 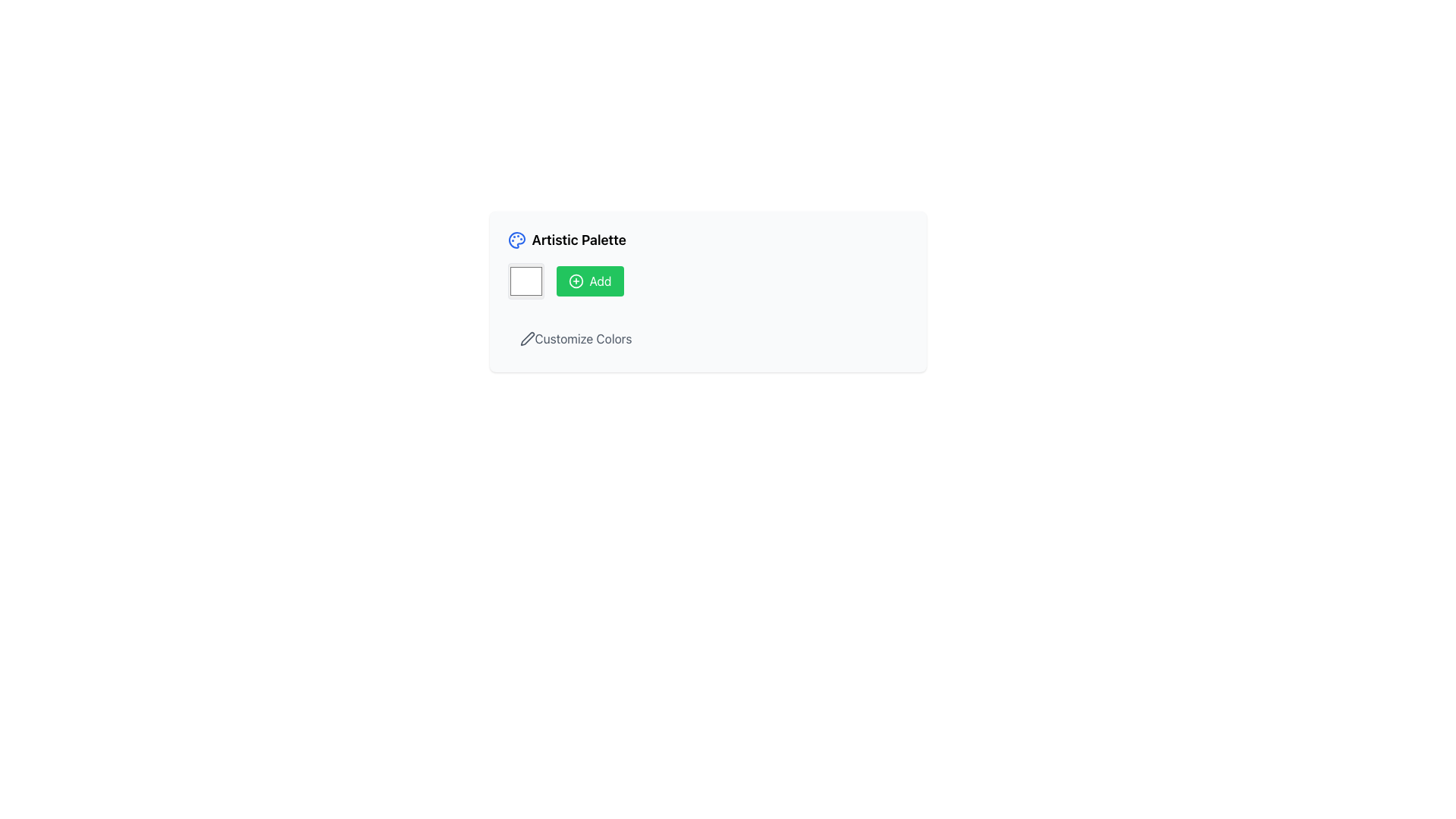 I want to click on the 'Customize Colors' button which is styled in gray and accompanied by a pen icon, so click(x=575, y=338).